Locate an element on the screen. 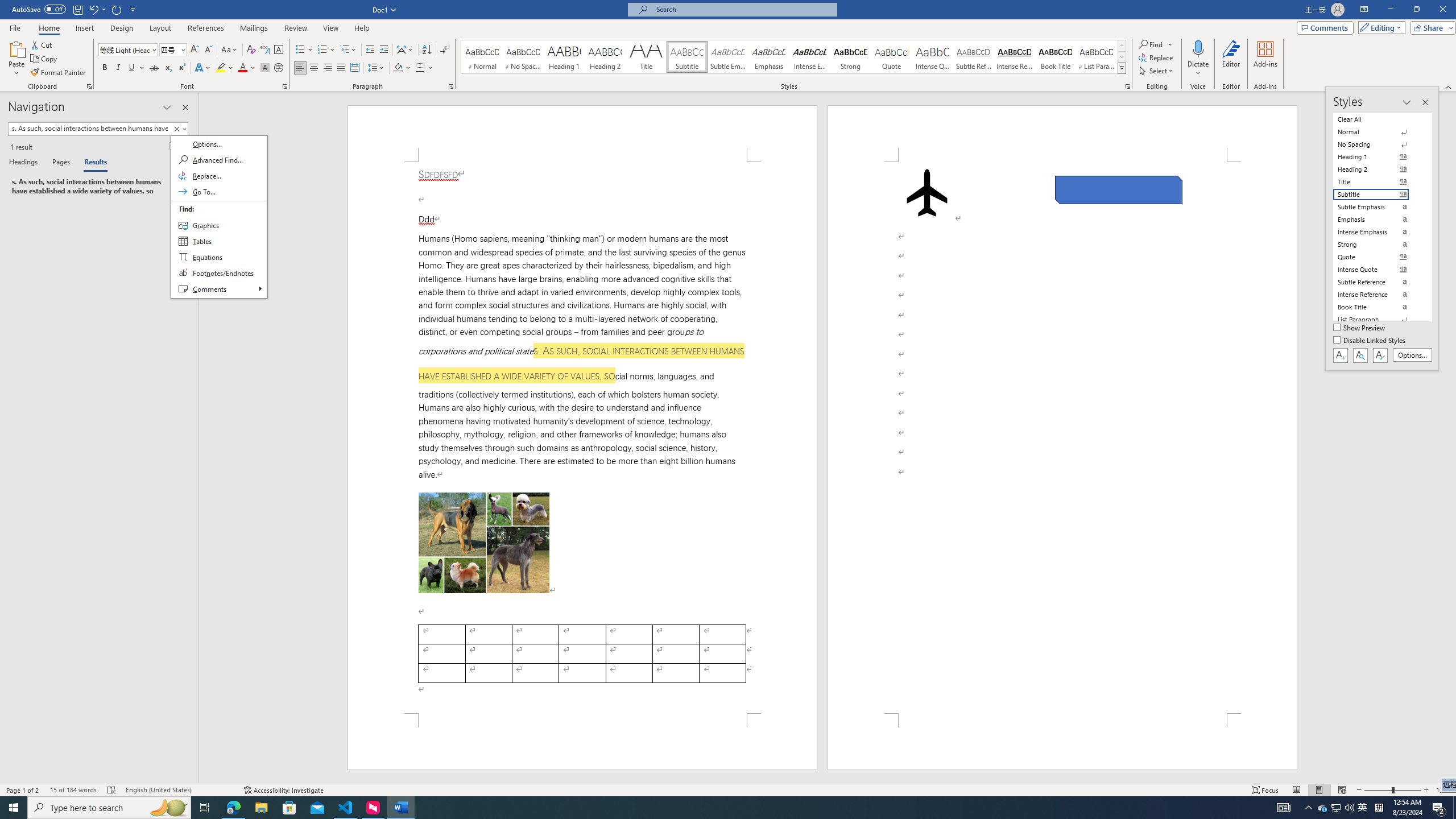 Image resolution: width=1456 pixels, height=819 pixels. 'Show Preview' is located at coordinates (1360, 328).